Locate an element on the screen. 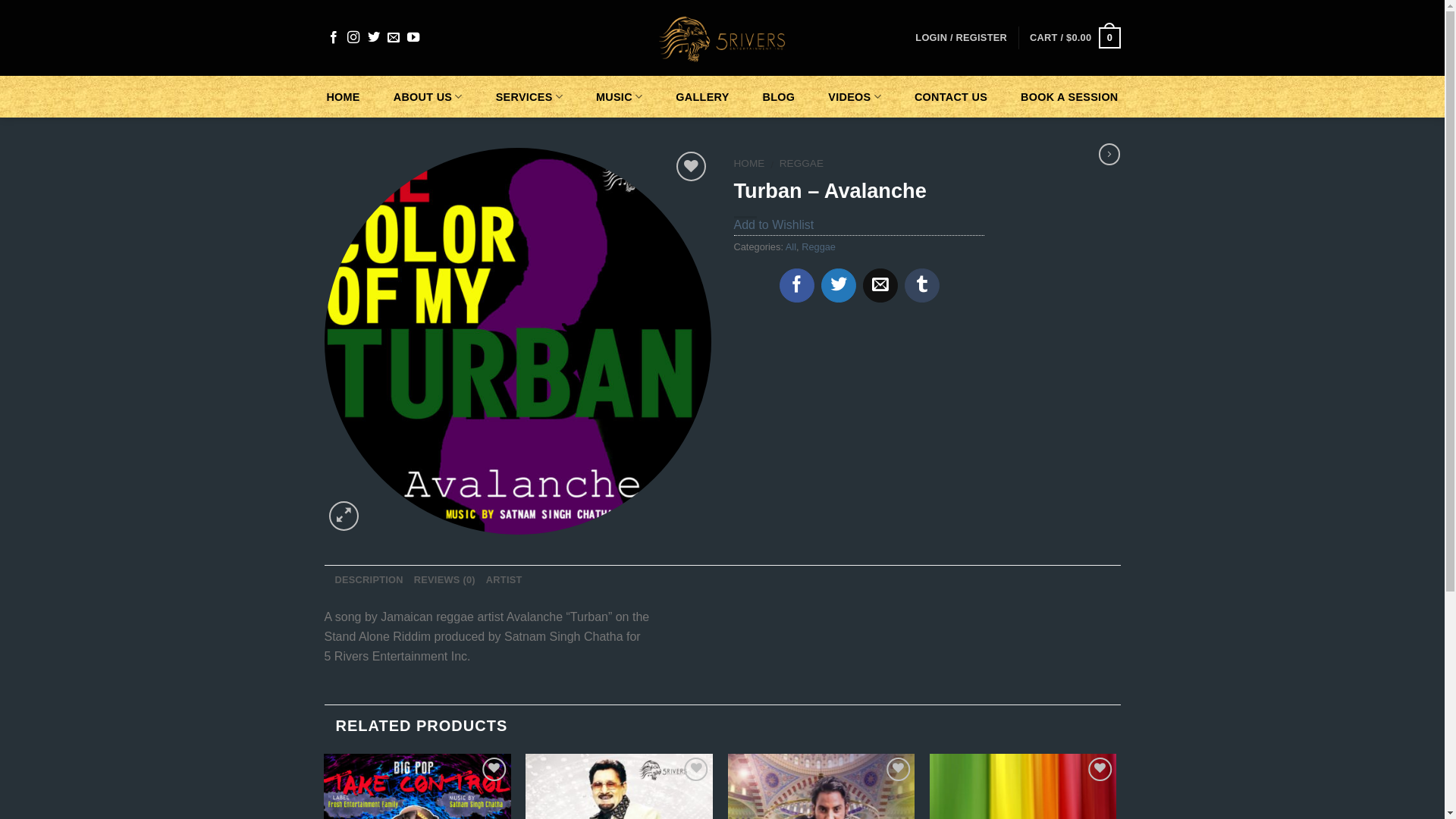 This screenshot has height=819, width=1456. 'REVIEWS (0)' is located at coordinates (444, 579).